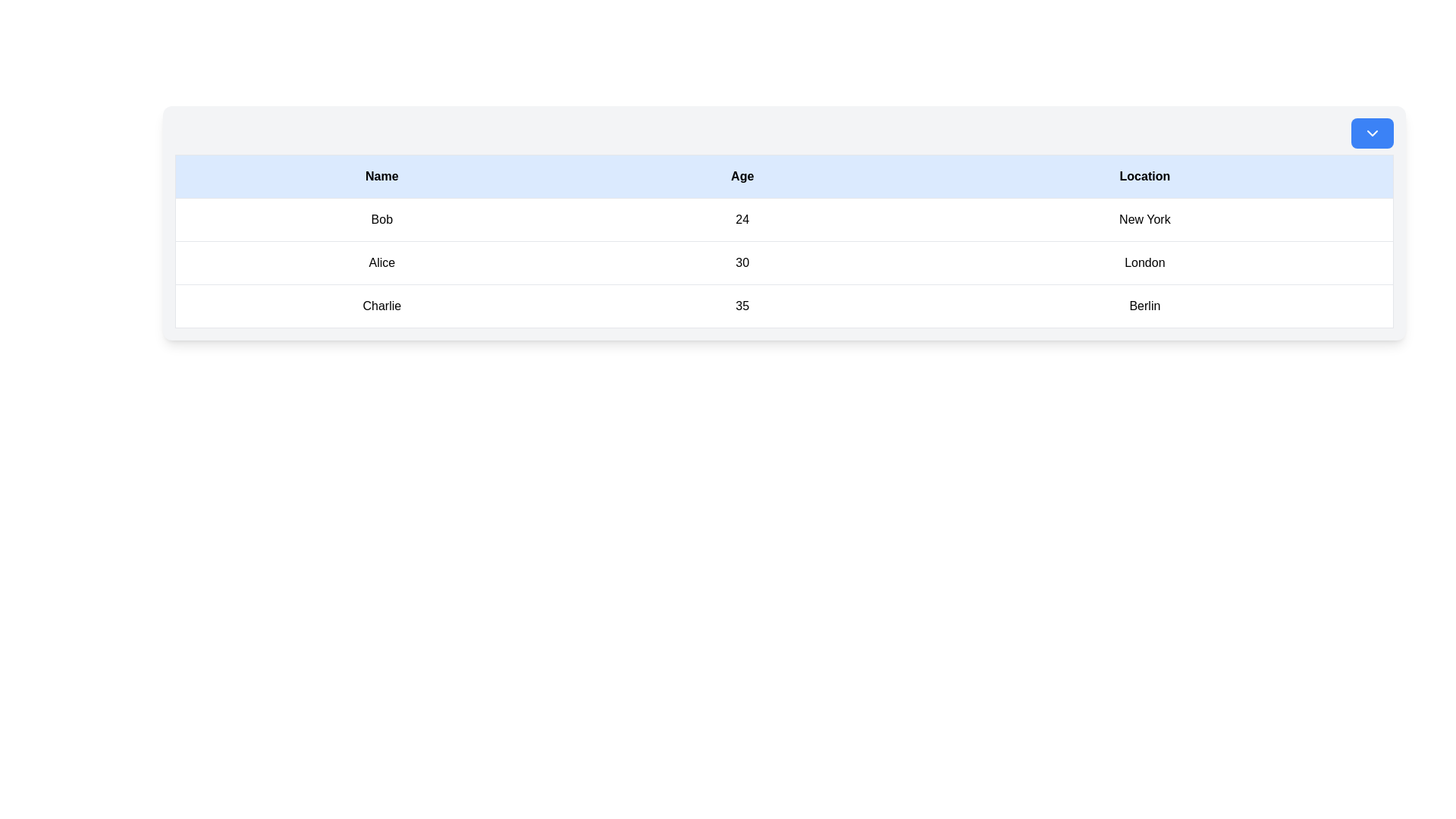 The width and height of the screenshot is (1456, 819). Describe the element at coordinates (381, 175) in the screenshot. I see `the header cell displaying the text 'Name' in bold, located in the top-left of the table with a light blue background` at that location.